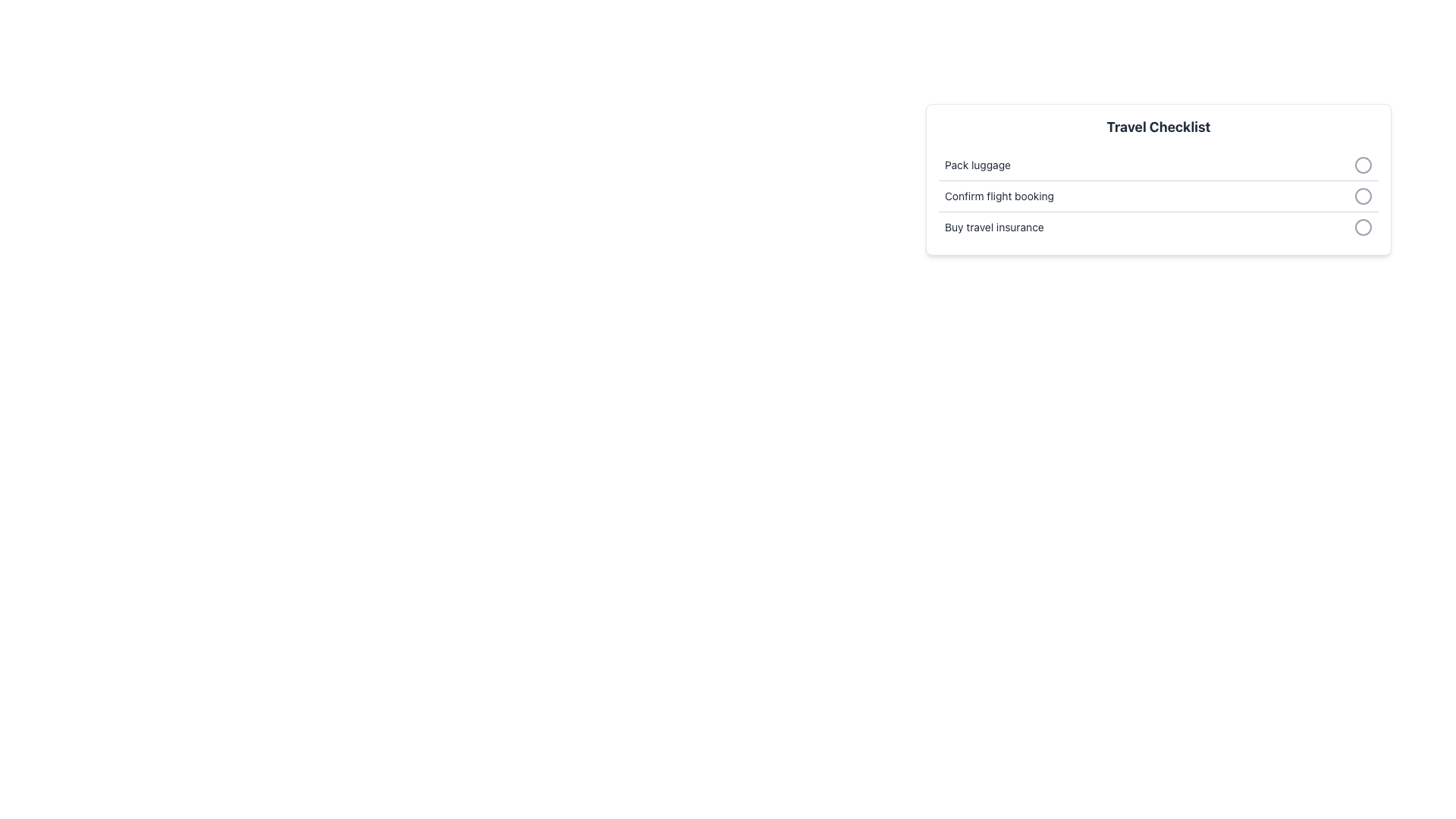 Image resolution: width=1456 pixels, height=819 pixels. I want to click on the circular graphic indicator that is part of the checklist item labeled 'Buy travel insurance', so click(1363, 227).